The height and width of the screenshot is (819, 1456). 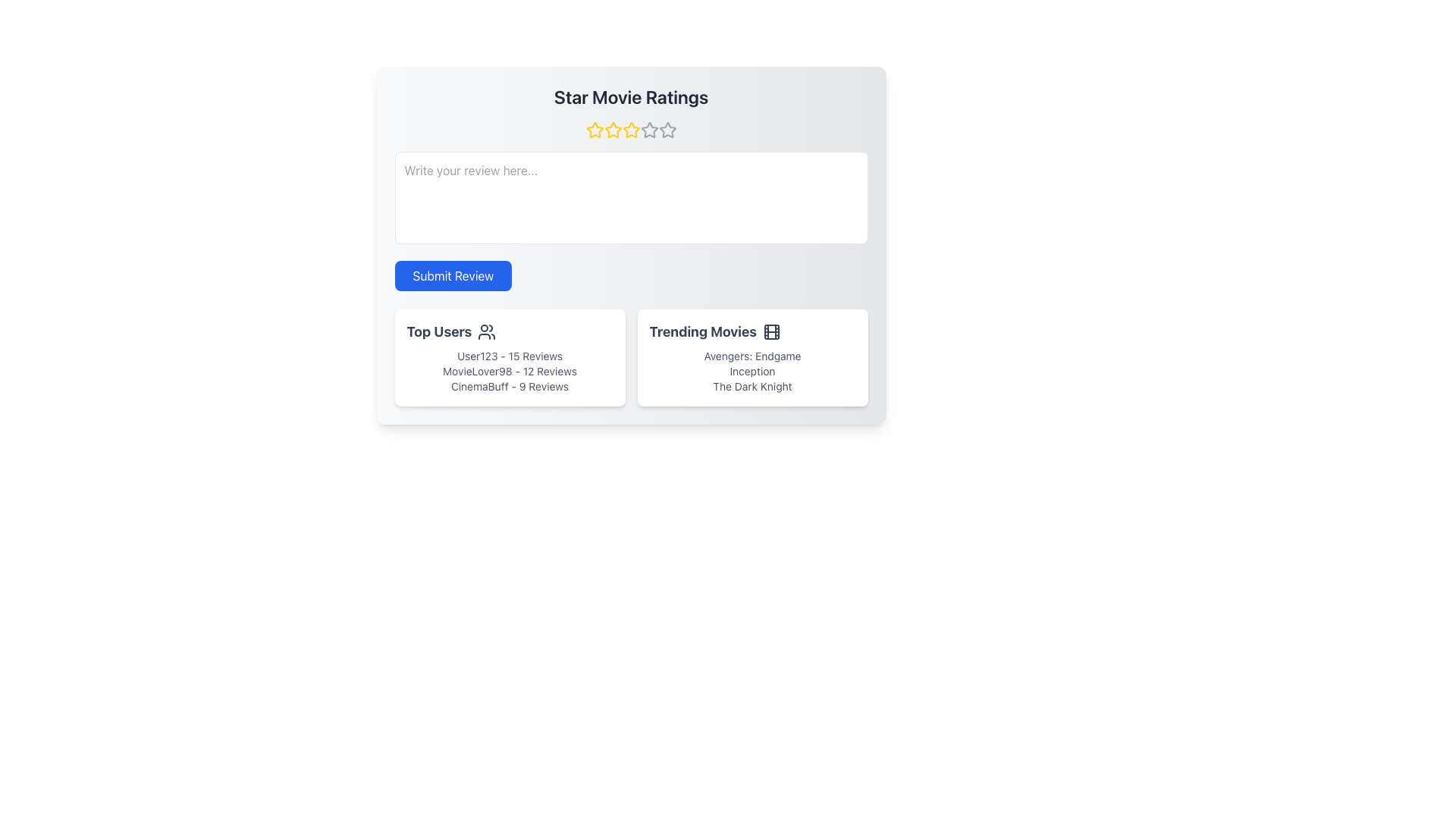 I want to click on the first yellow star icon in the rating section below 'Star Movie Ratings' for the review submission interface, so click(x=594, y=130).